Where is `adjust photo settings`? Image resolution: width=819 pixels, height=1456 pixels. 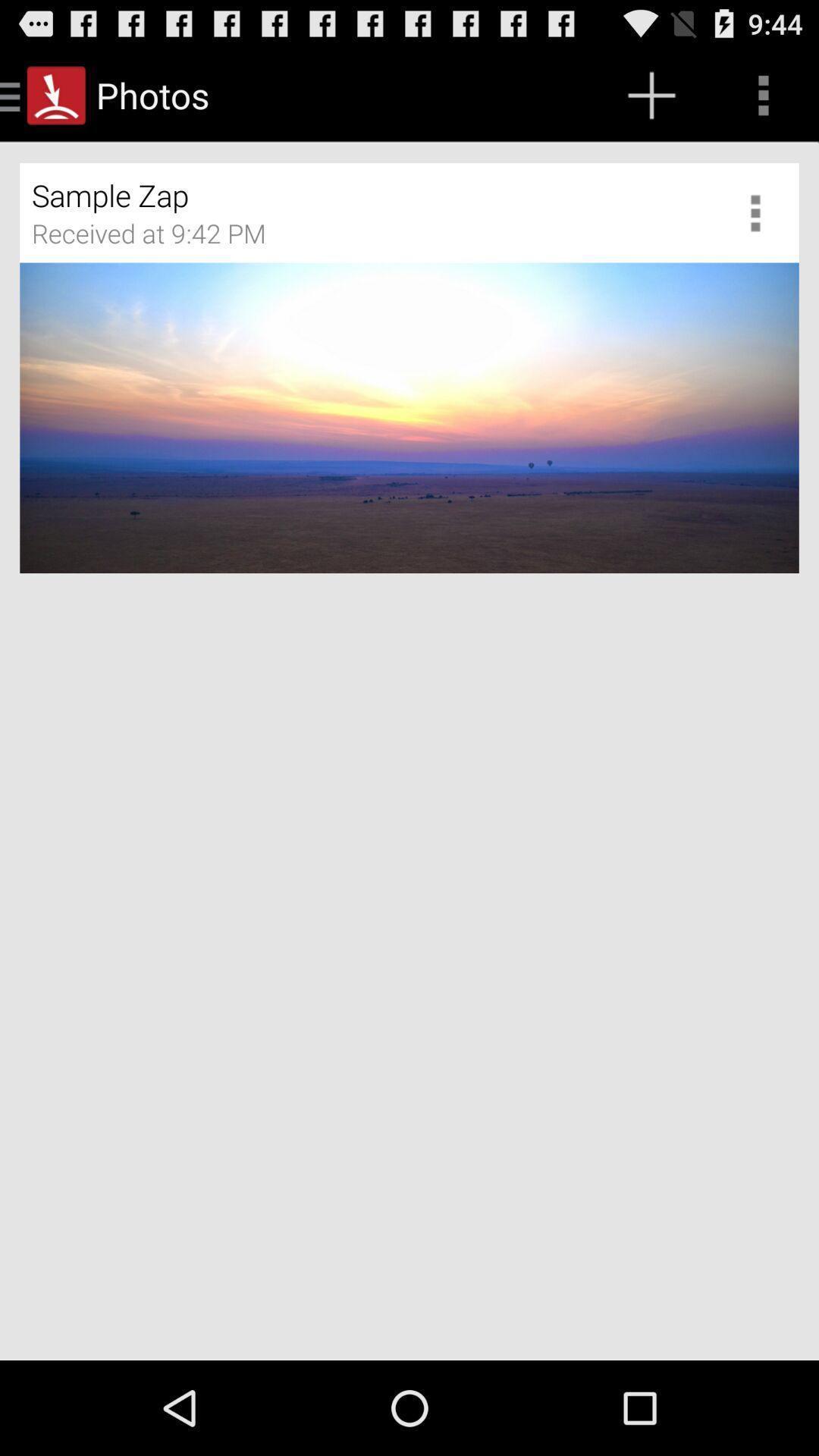 adjust photo settings is located at coordinates (761, 212).